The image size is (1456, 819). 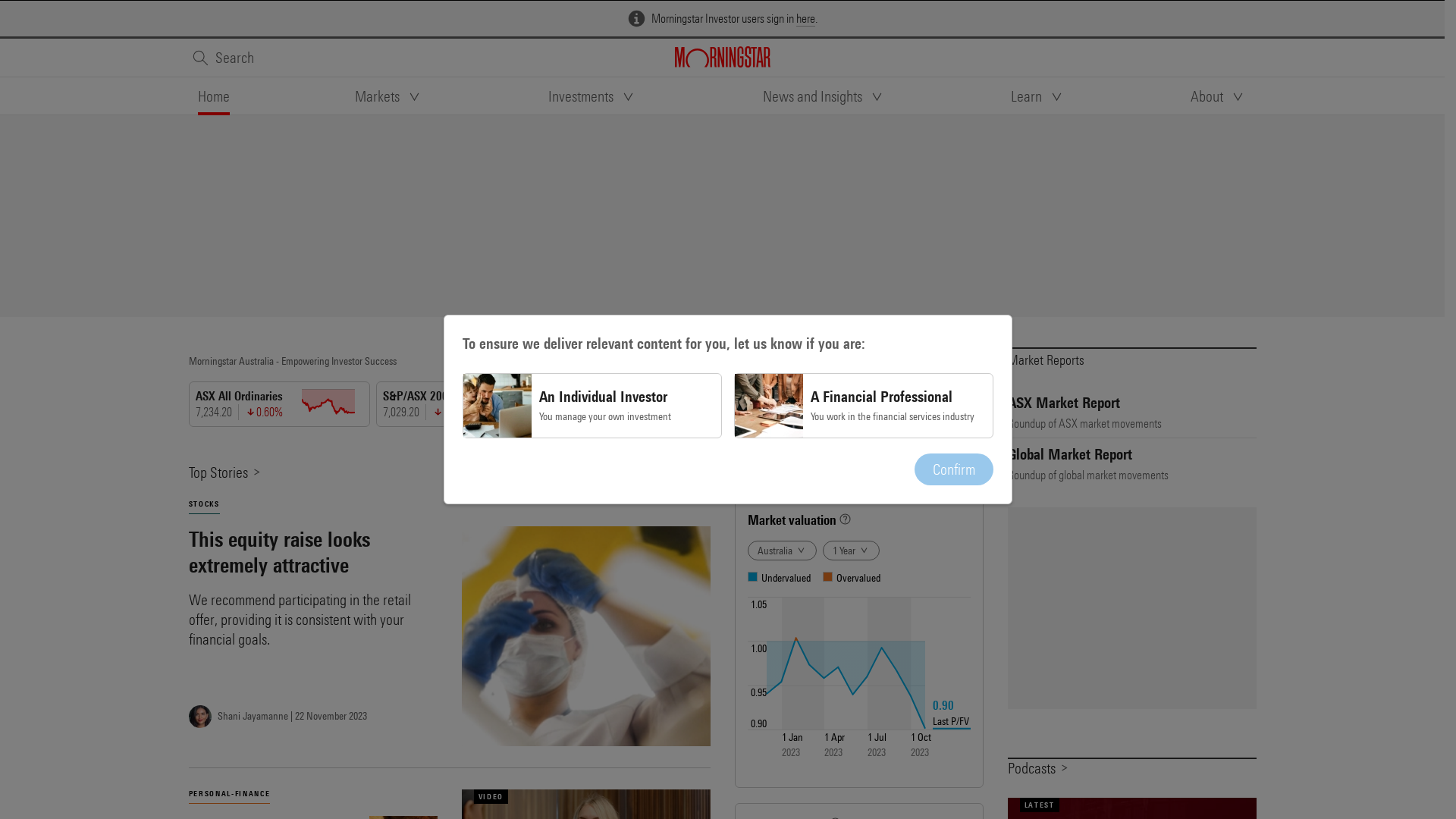 What do you see at coordinates (805, 18) in the screenshot?
I see `'here'` at bounding box center [805, 18].